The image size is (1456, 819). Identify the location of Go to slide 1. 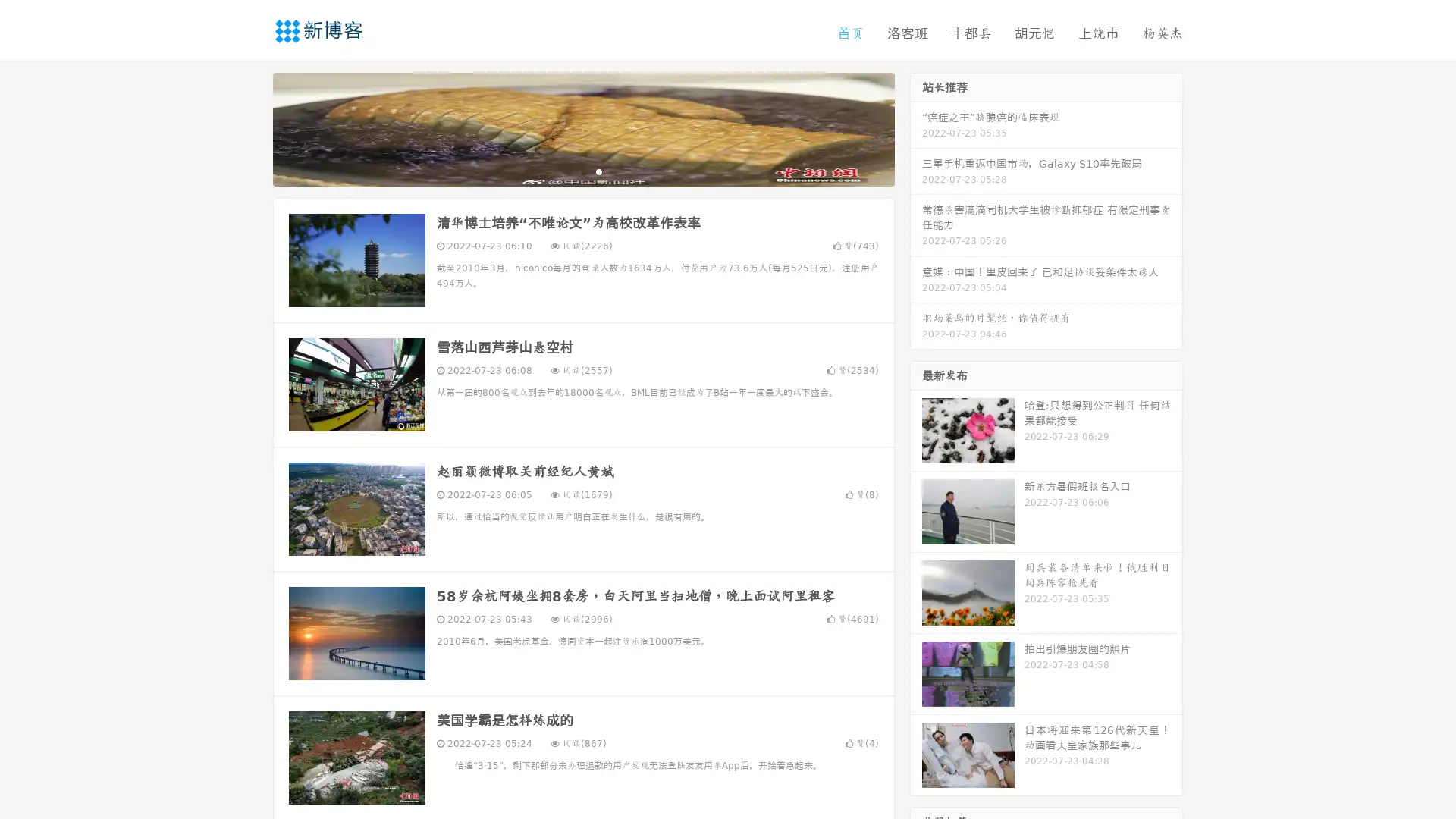
(567, 171).